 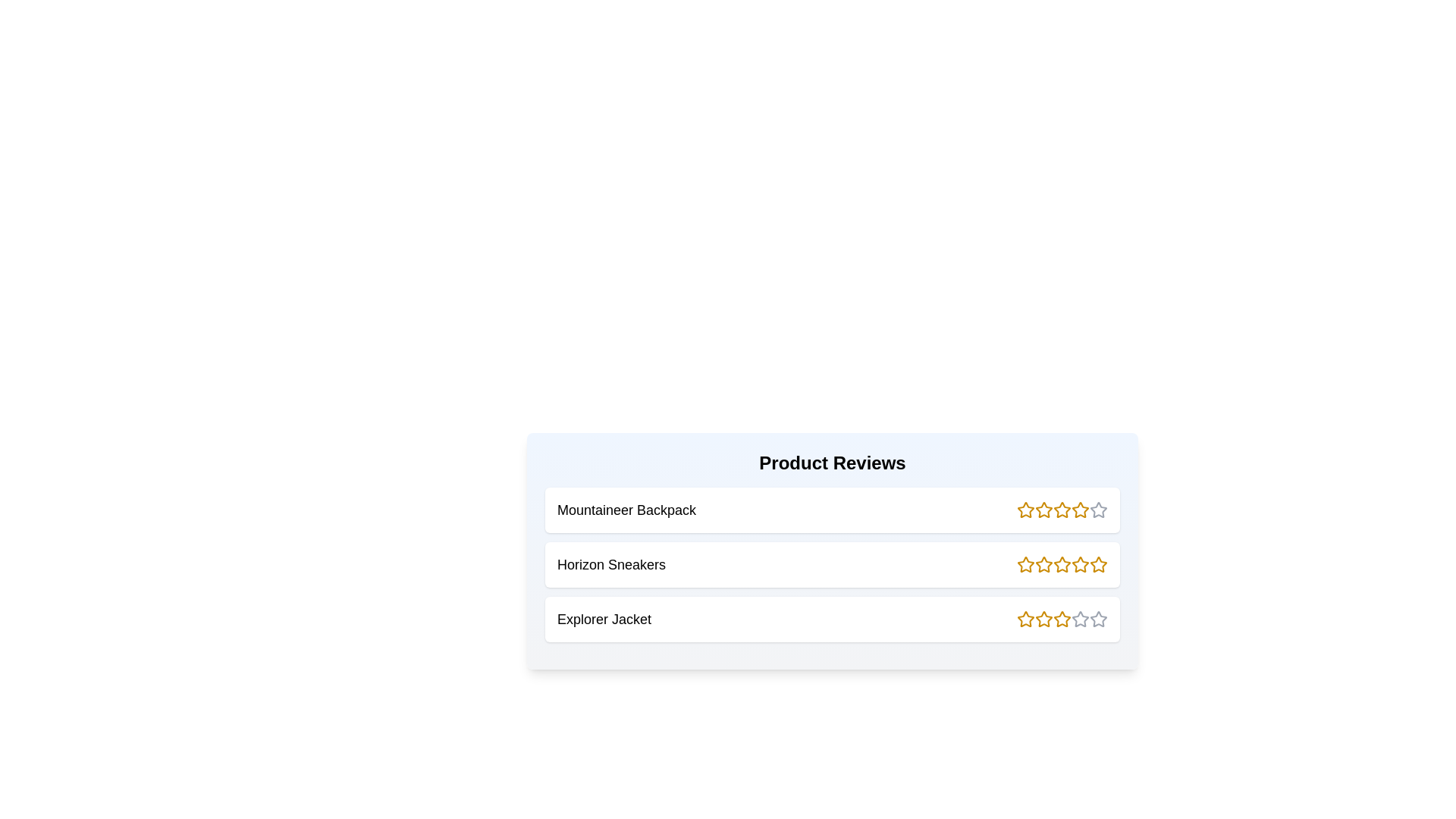 I want to click on the rating of a product to 2 stars by clicking the corresponding star icon for the product Mountaineer Backpack, so click(x=1043, y=510).